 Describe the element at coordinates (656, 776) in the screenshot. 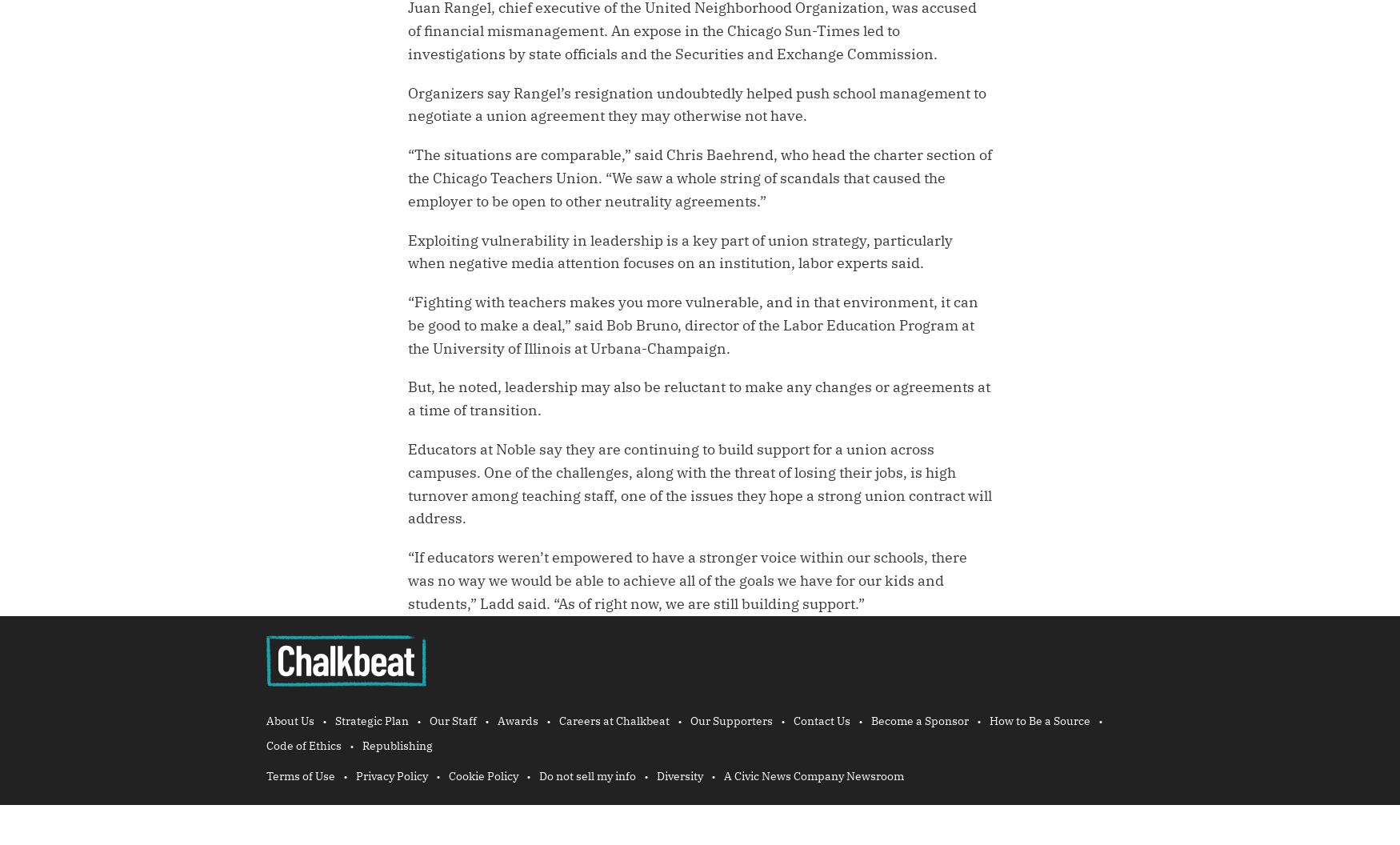

I see `'Diversity'` at that location.